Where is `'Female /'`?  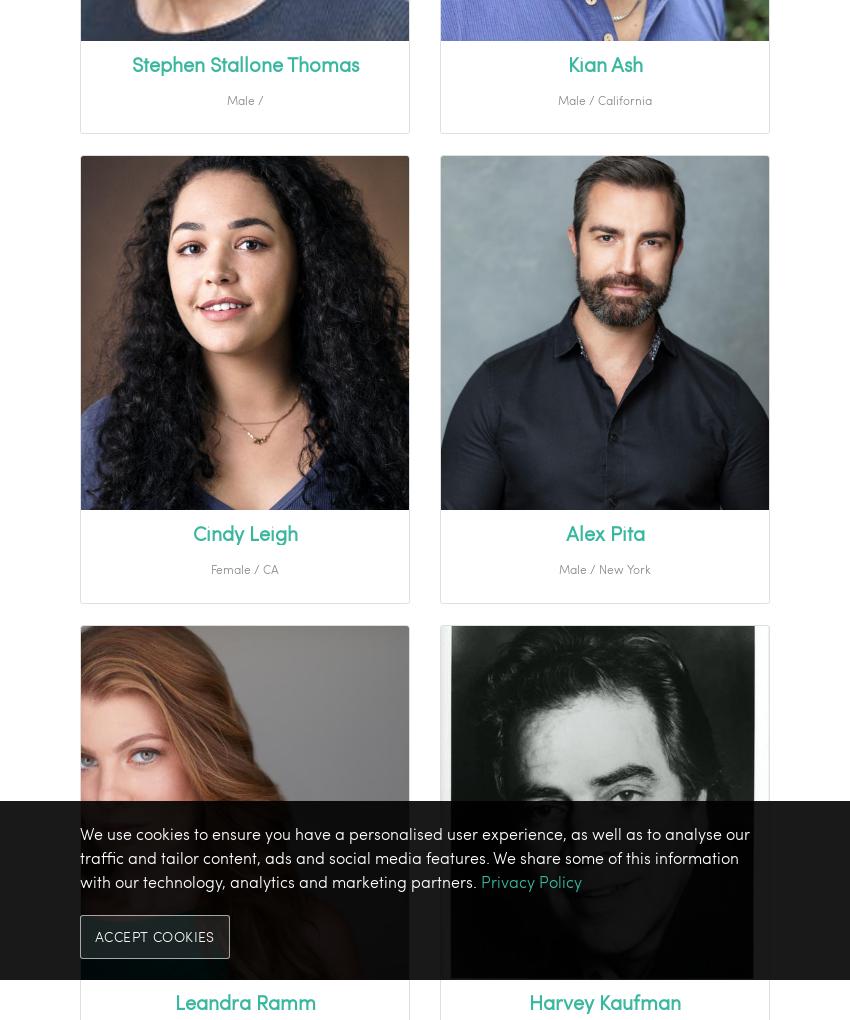 'Female /' is located at coordinates (235, 568).